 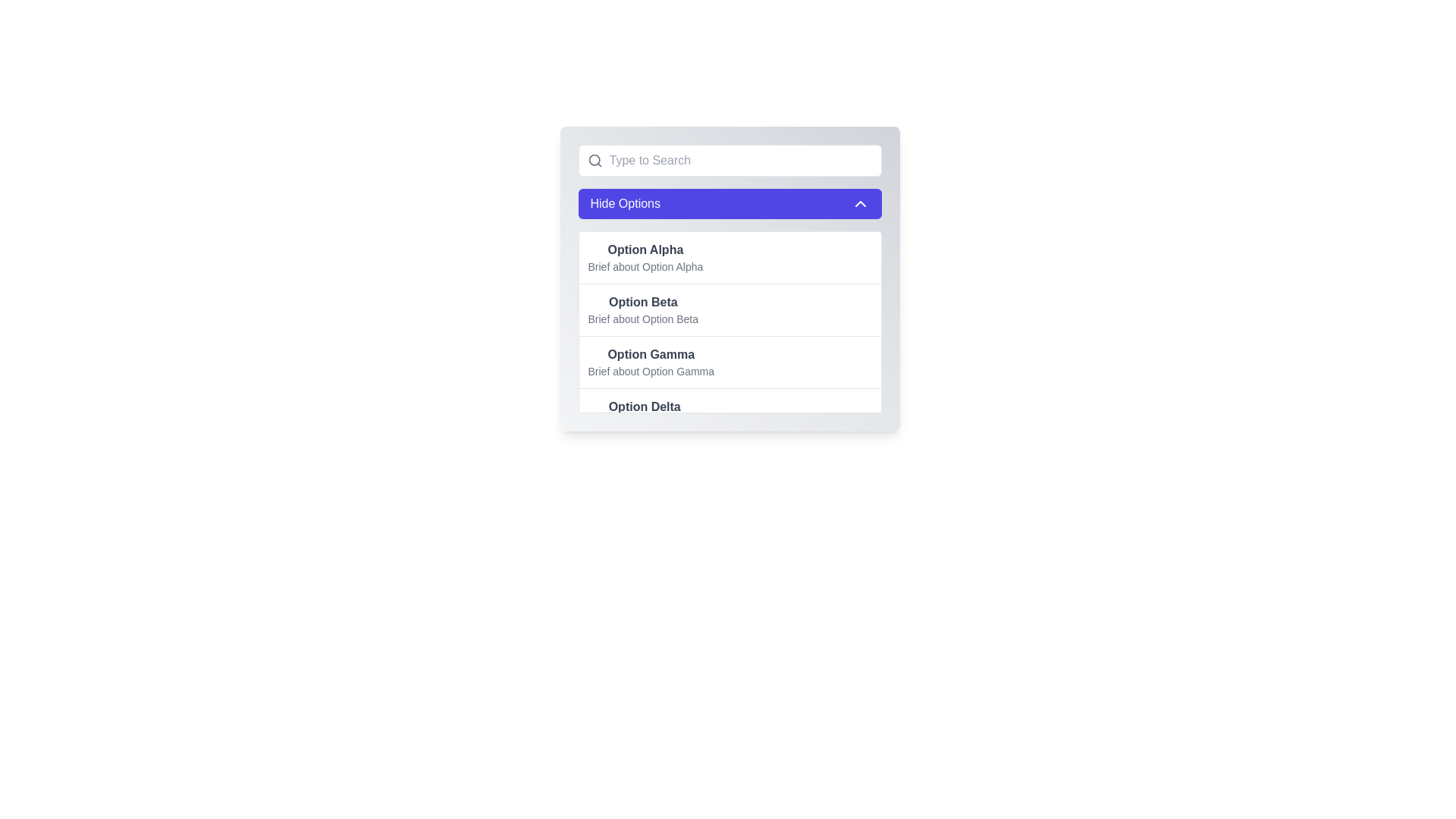 What do you see at coordinates (860, 203) in the screenshot?
I see `the toggle arrow located to the right of the 'Hide Options' button` at bounding box center [860, 203].